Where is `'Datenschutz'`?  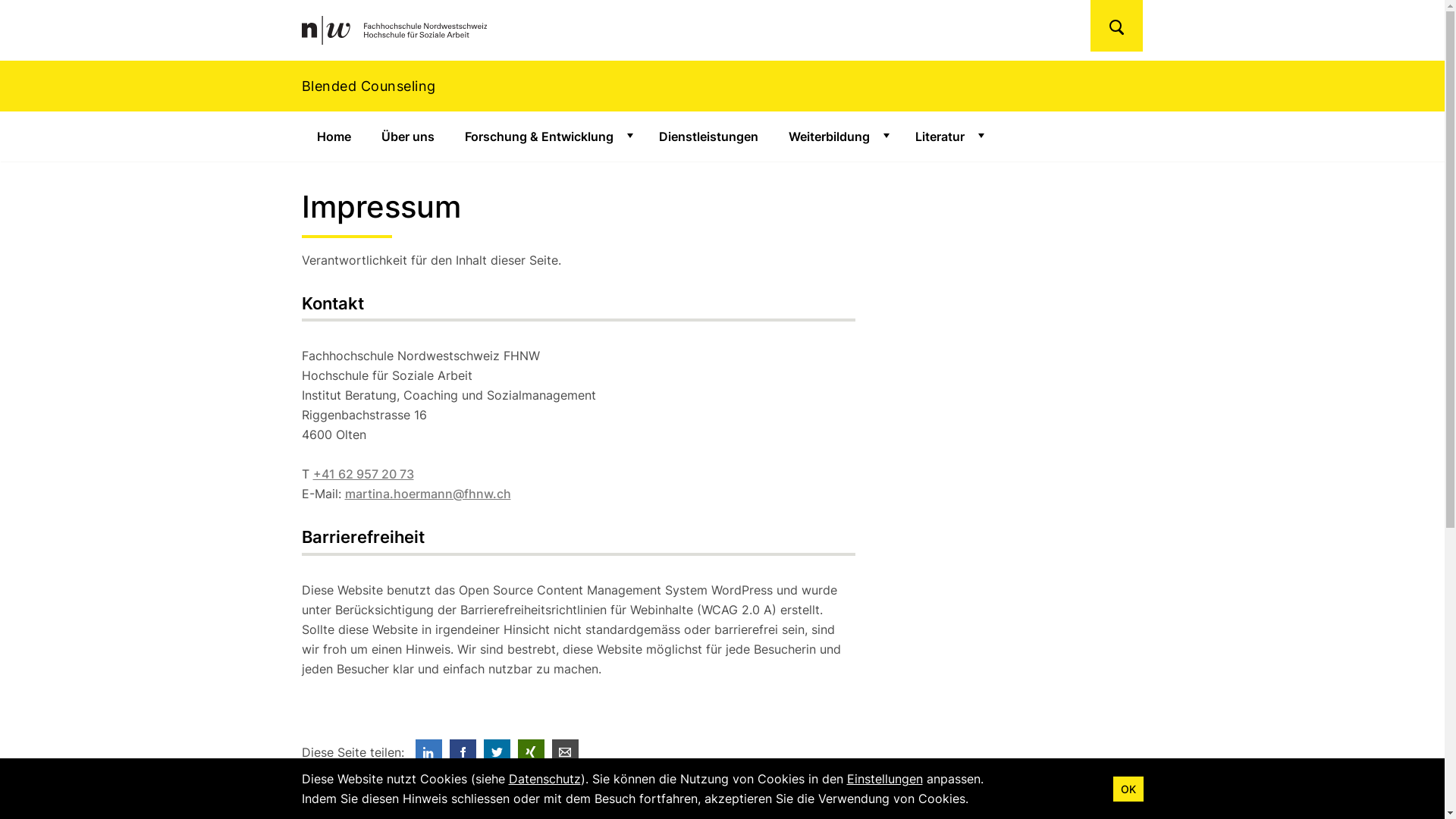
'Datenschutz' is located at coordinates (544, 778).